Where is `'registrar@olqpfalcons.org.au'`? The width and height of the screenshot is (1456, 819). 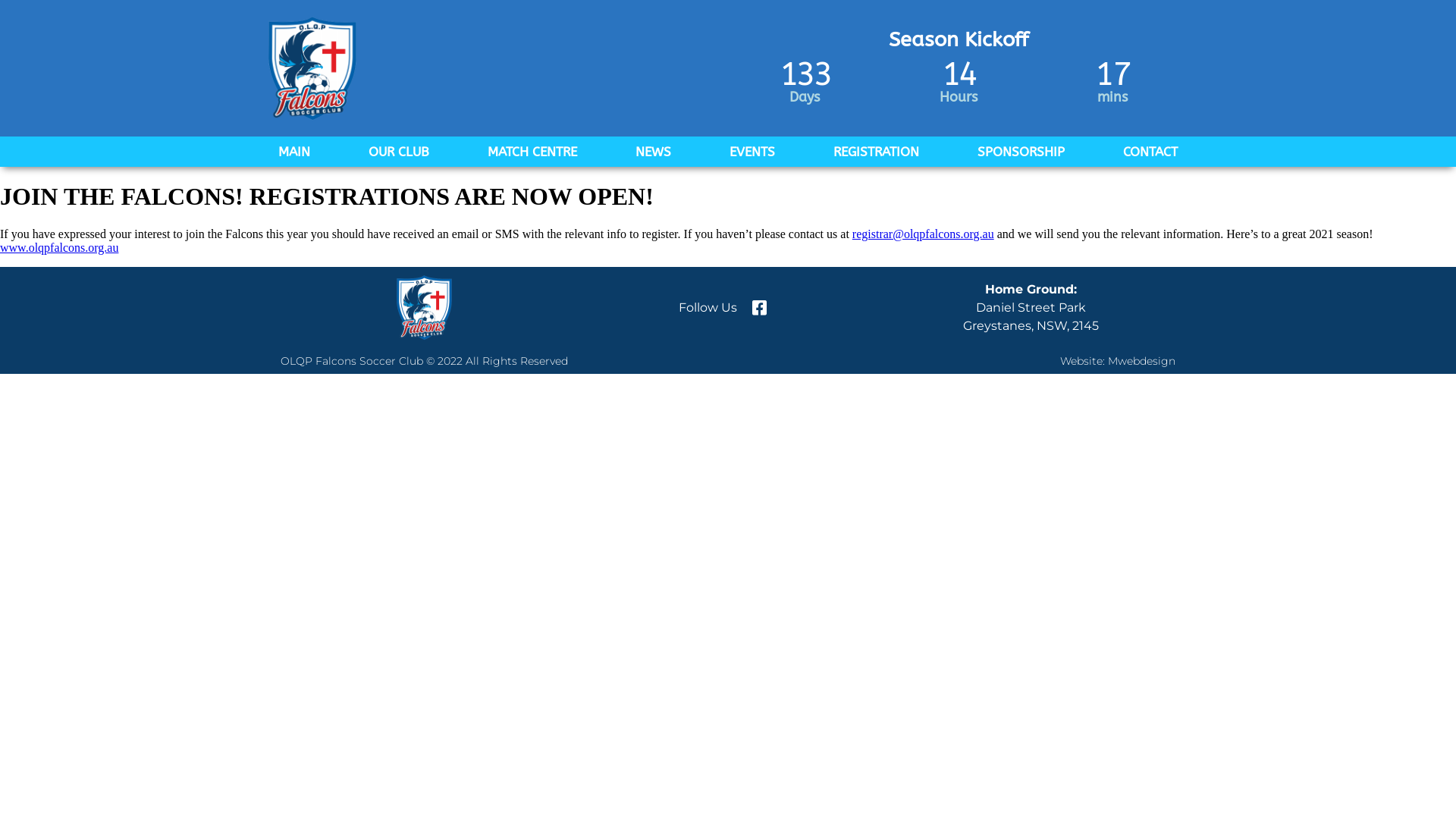 'registrar@olqpfalcons.org.au' is located at coordinates (852, 234).